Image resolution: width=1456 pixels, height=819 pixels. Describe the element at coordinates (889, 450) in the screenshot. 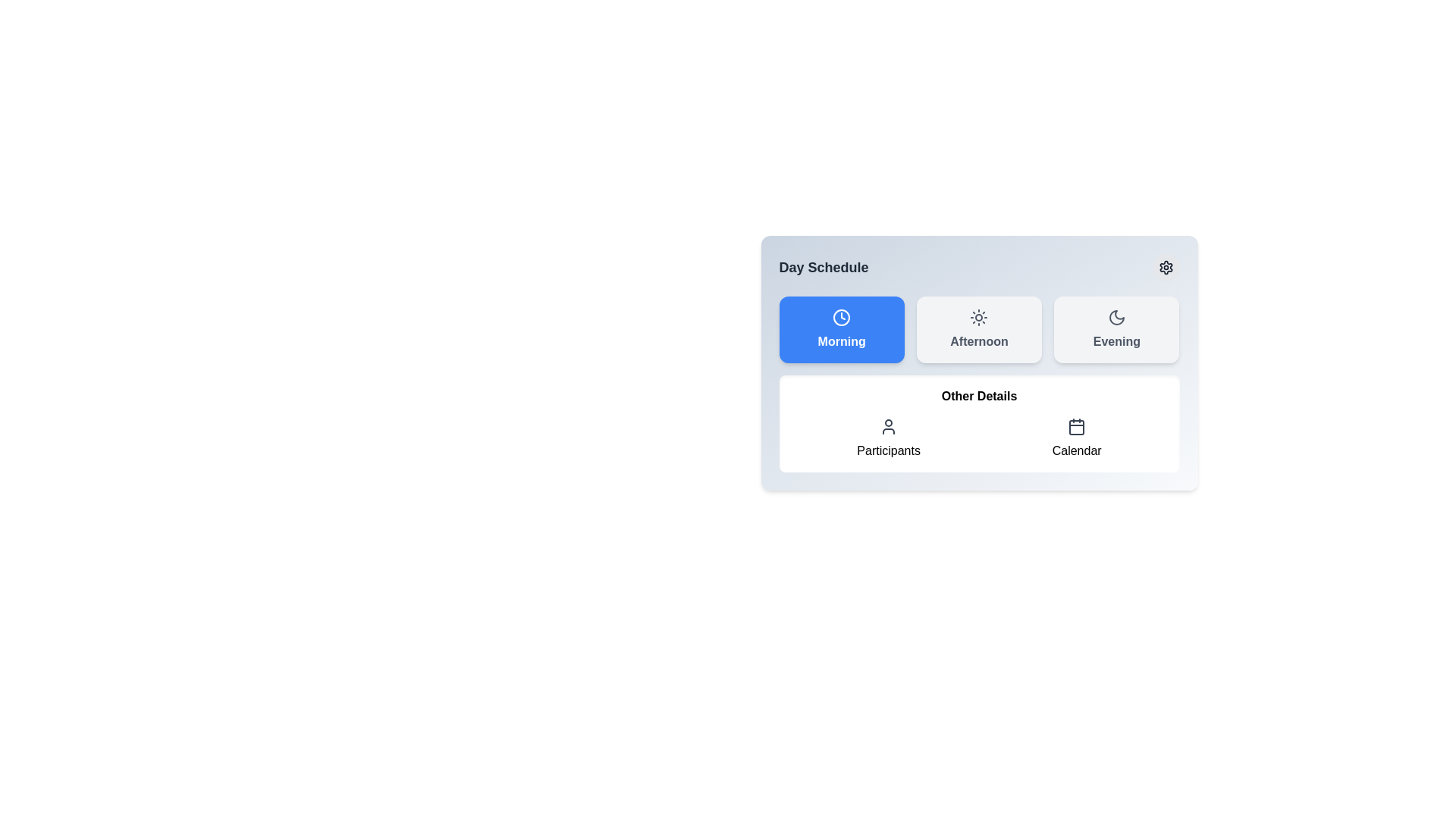

I see `the 'Participants' text label located below the user silhouette icon in the 'Other Details' section` at that location.